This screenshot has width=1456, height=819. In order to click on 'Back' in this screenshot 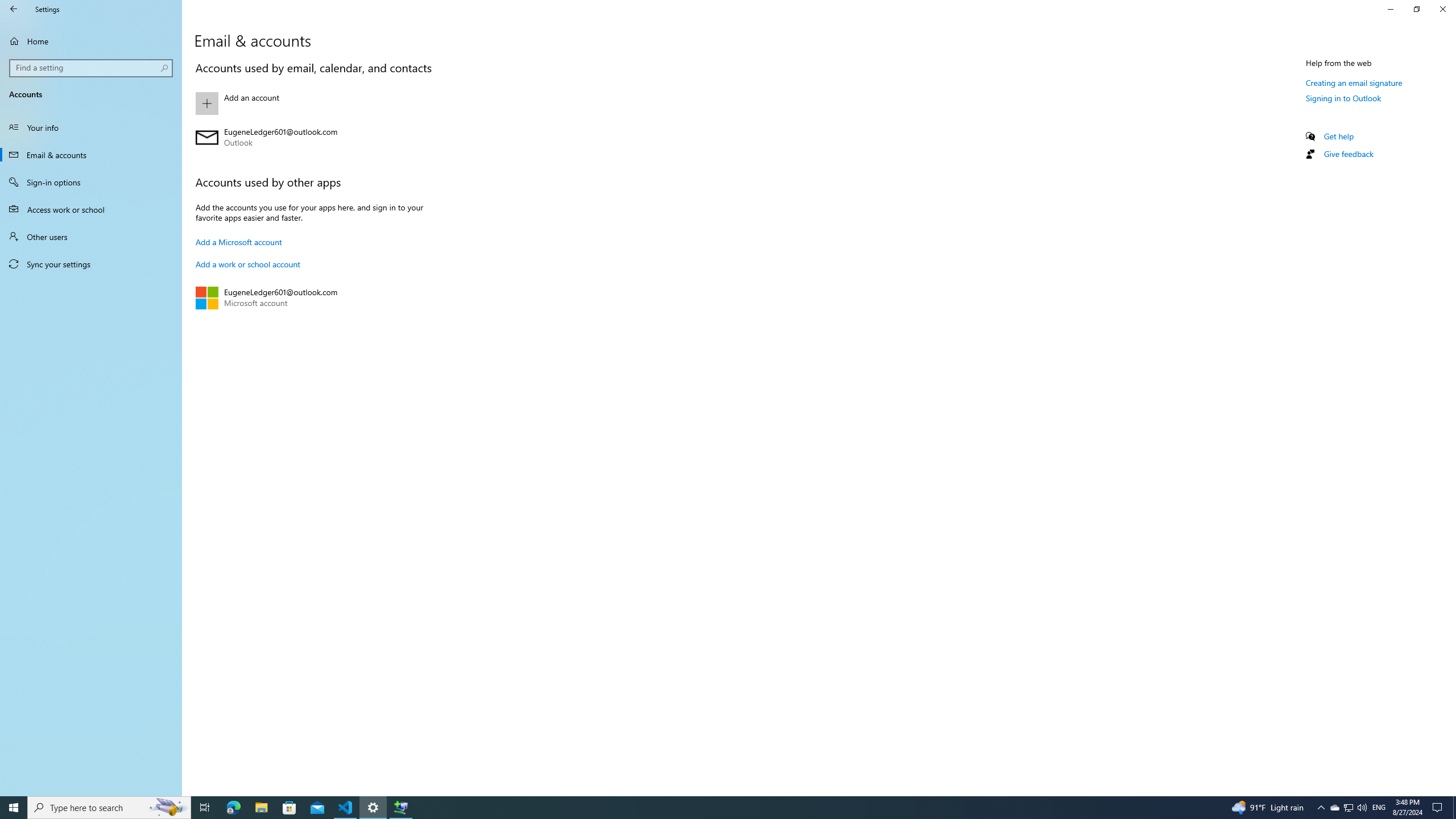, I will do `click(14, 9)`.